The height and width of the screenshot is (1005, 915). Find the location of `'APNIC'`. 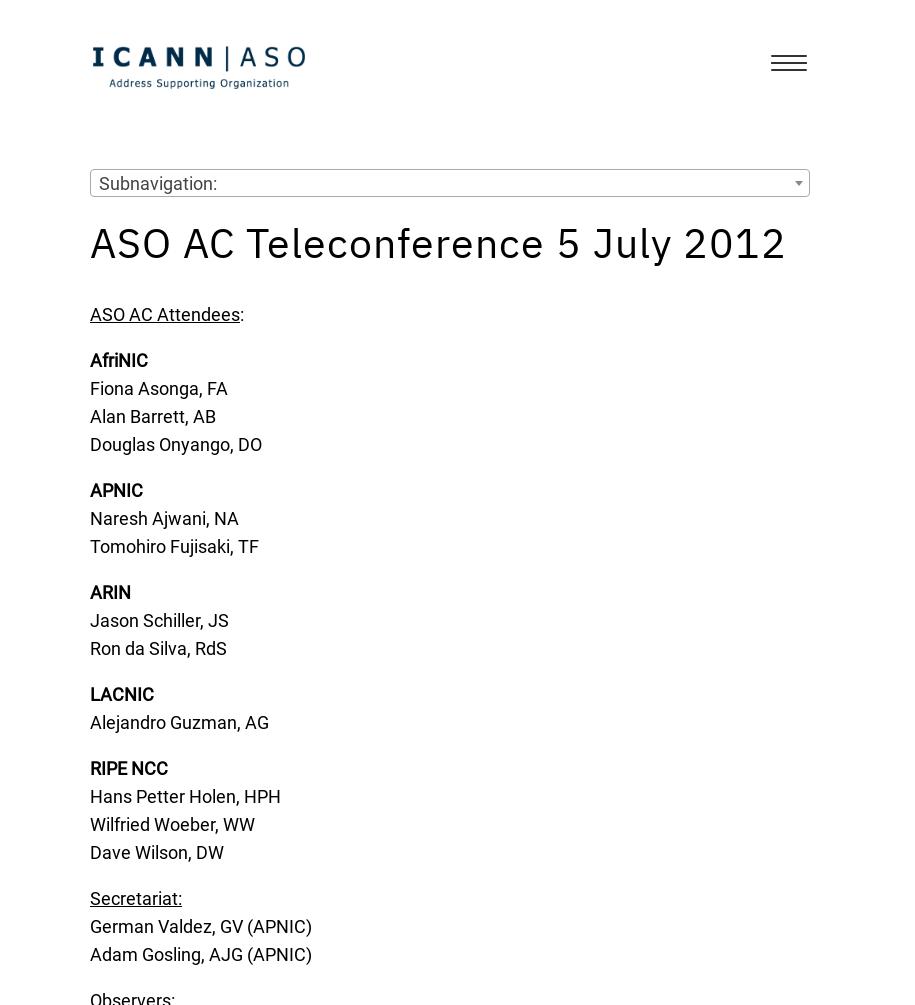

'APNIC' is located at coordinates (116, 490).